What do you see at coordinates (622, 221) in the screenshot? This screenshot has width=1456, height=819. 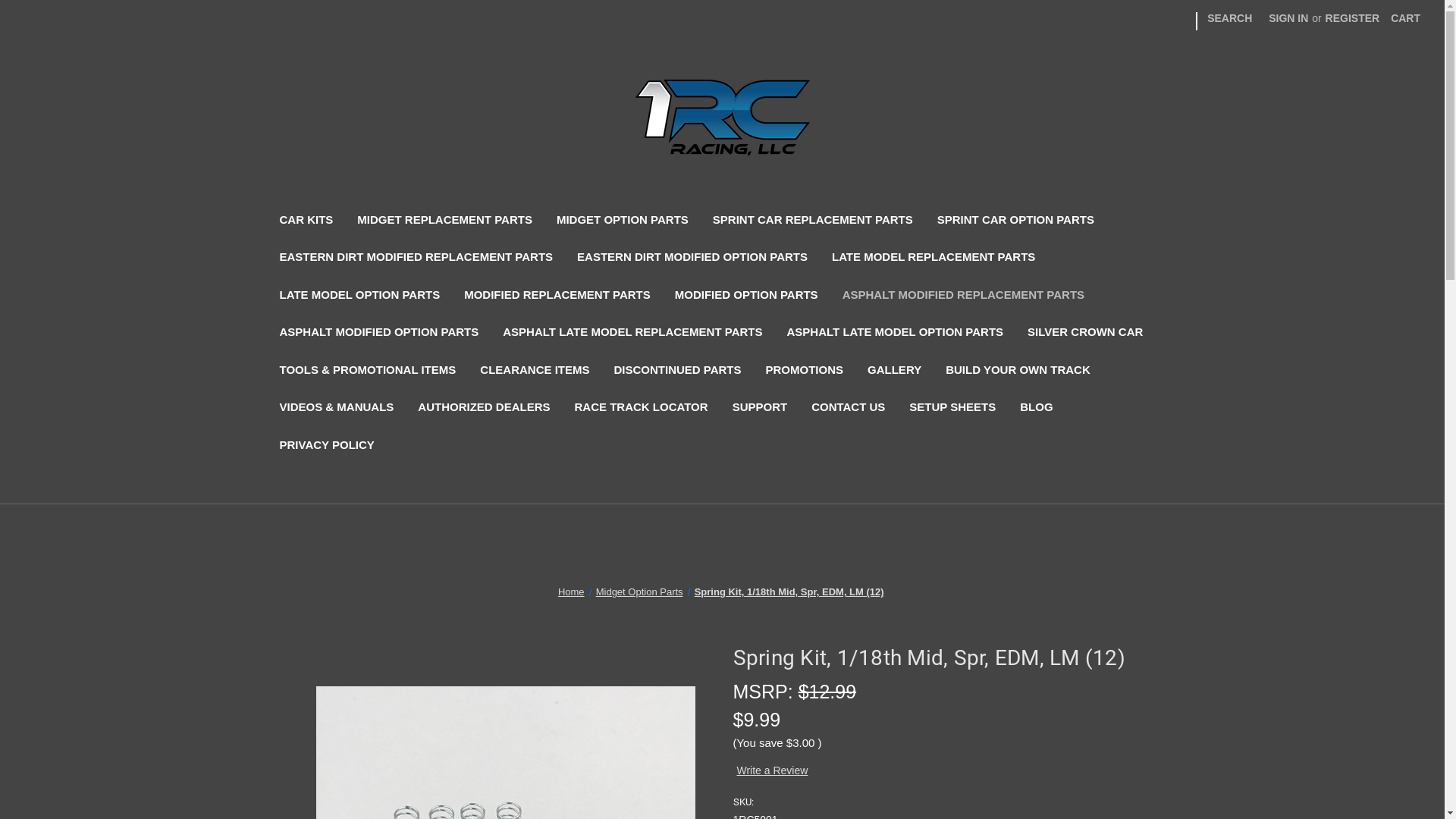 I see `'MIDGET OPTION PARTS'` at bounding box center [622, 221].